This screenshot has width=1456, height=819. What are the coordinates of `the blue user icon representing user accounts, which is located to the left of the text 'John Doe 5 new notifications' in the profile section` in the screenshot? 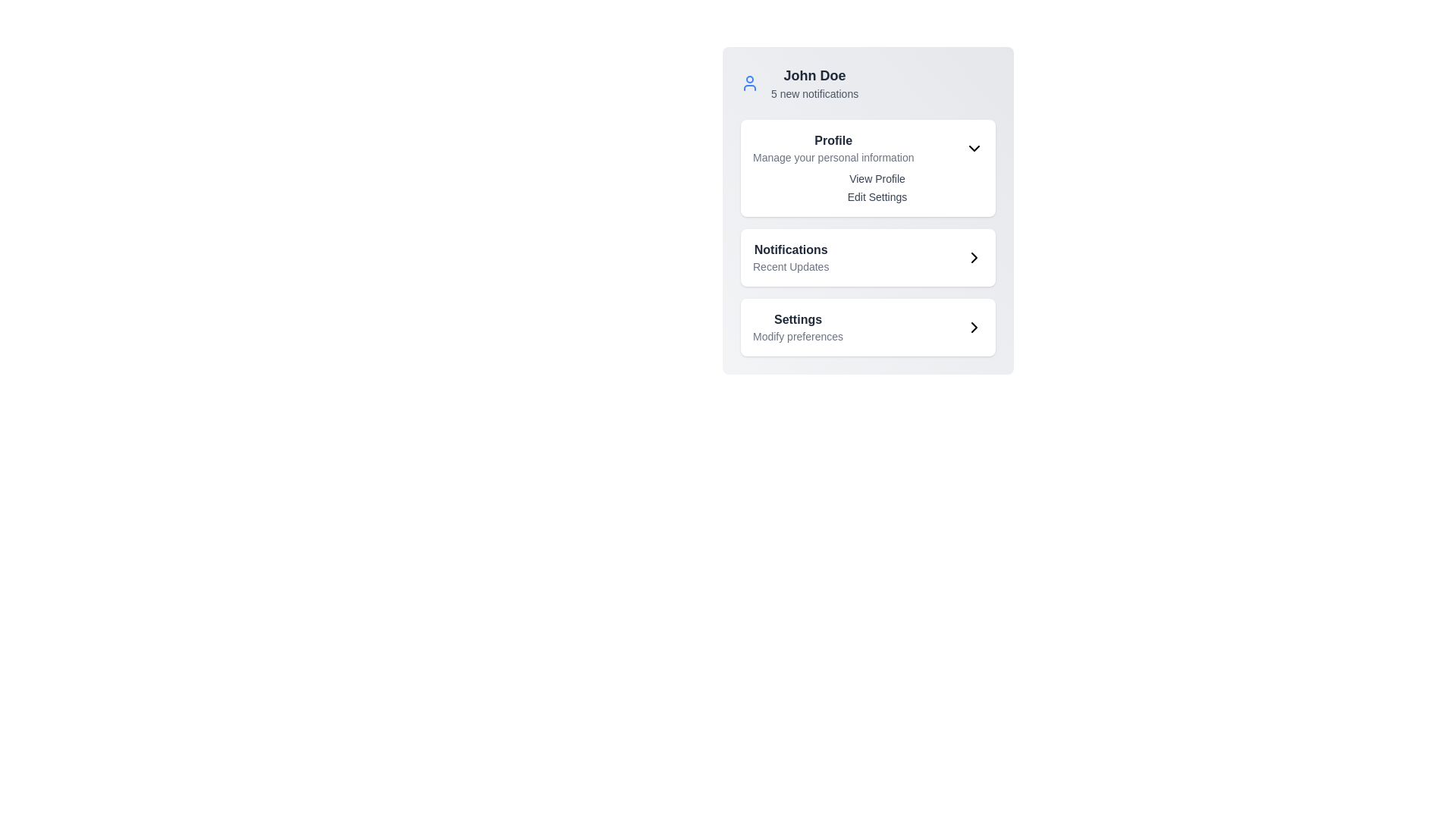 It's located at (749, 83).